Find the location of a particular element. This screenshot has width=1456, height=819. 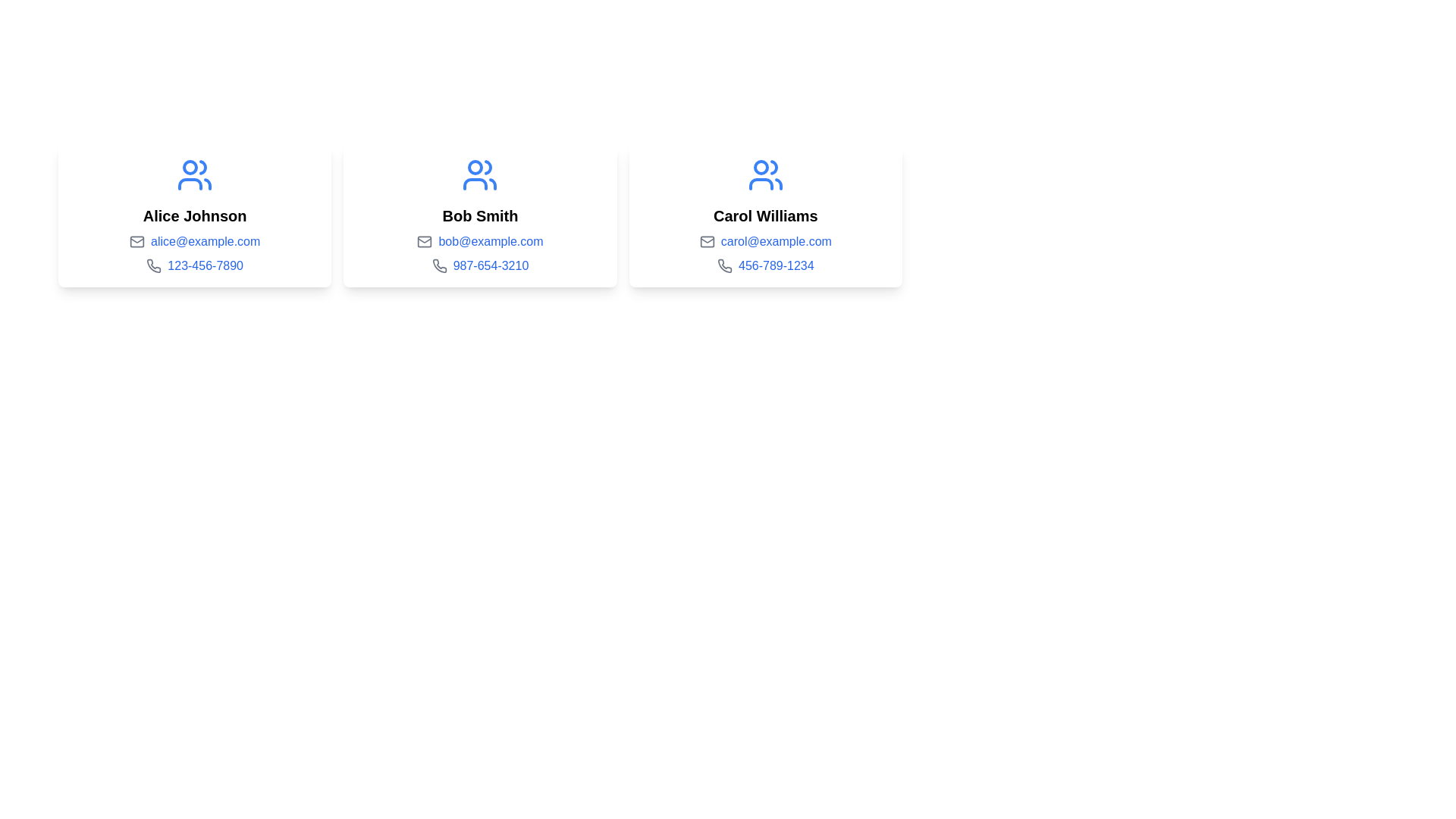

the Decorative icon representing 'Bob Smith's context', which is located at the top of the card displaying information for him is located at coordinates (479, 174).